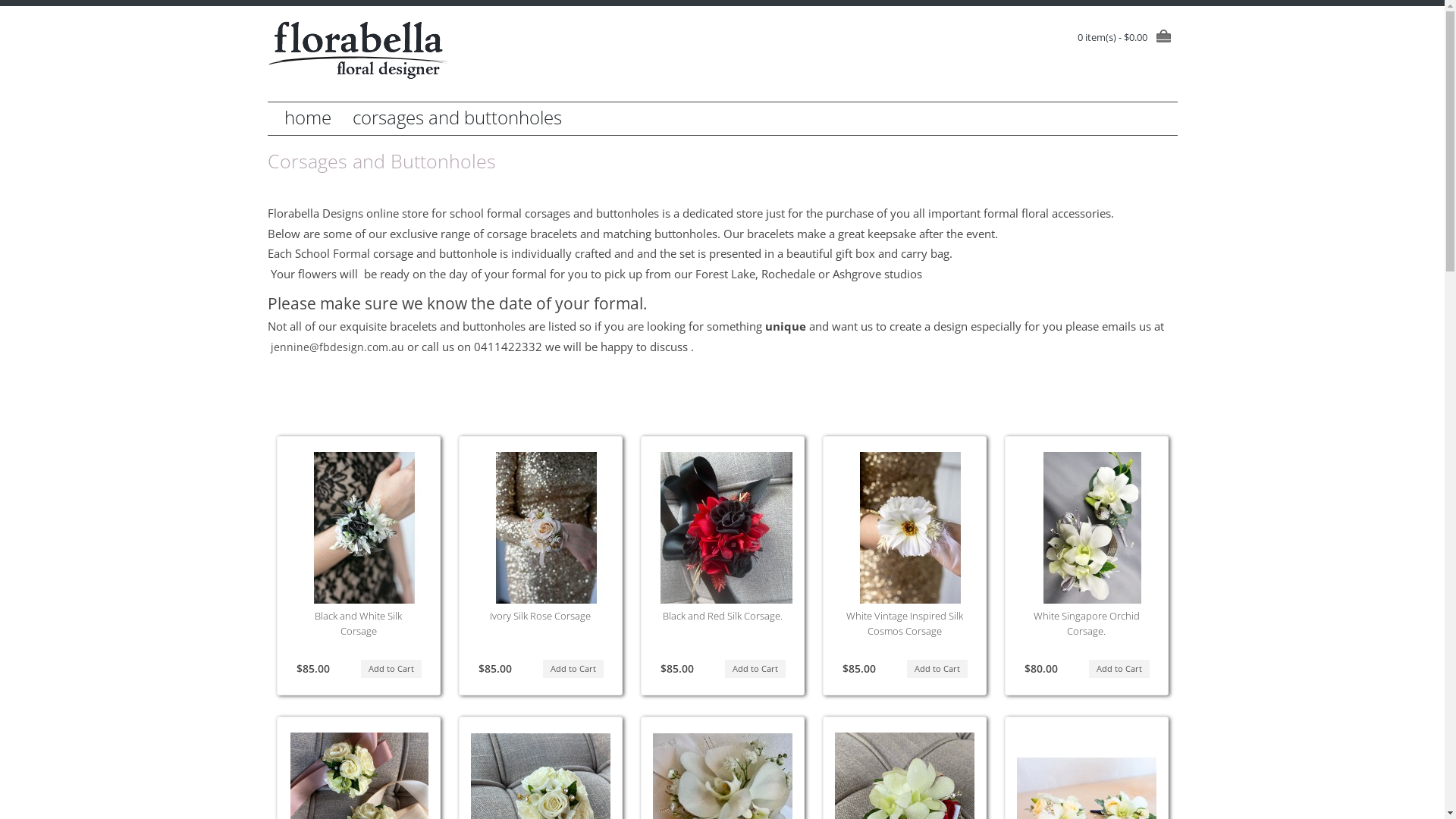  I want to click on 'Add to Cart', so click(1087, 668).